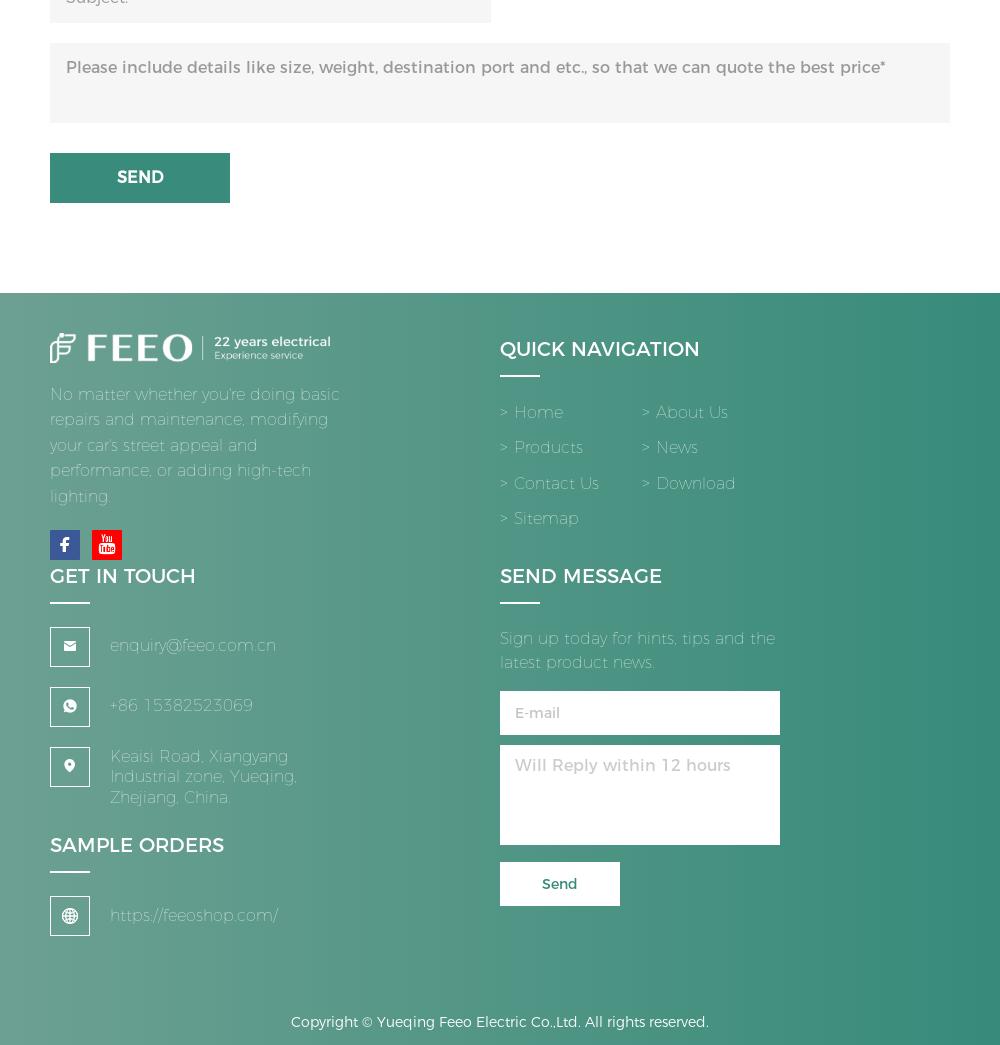  Describe the element at coordinates (500, 659) in the screenshot. I see `'Sign up today for hints, tips and the latest product news.'` at that location.